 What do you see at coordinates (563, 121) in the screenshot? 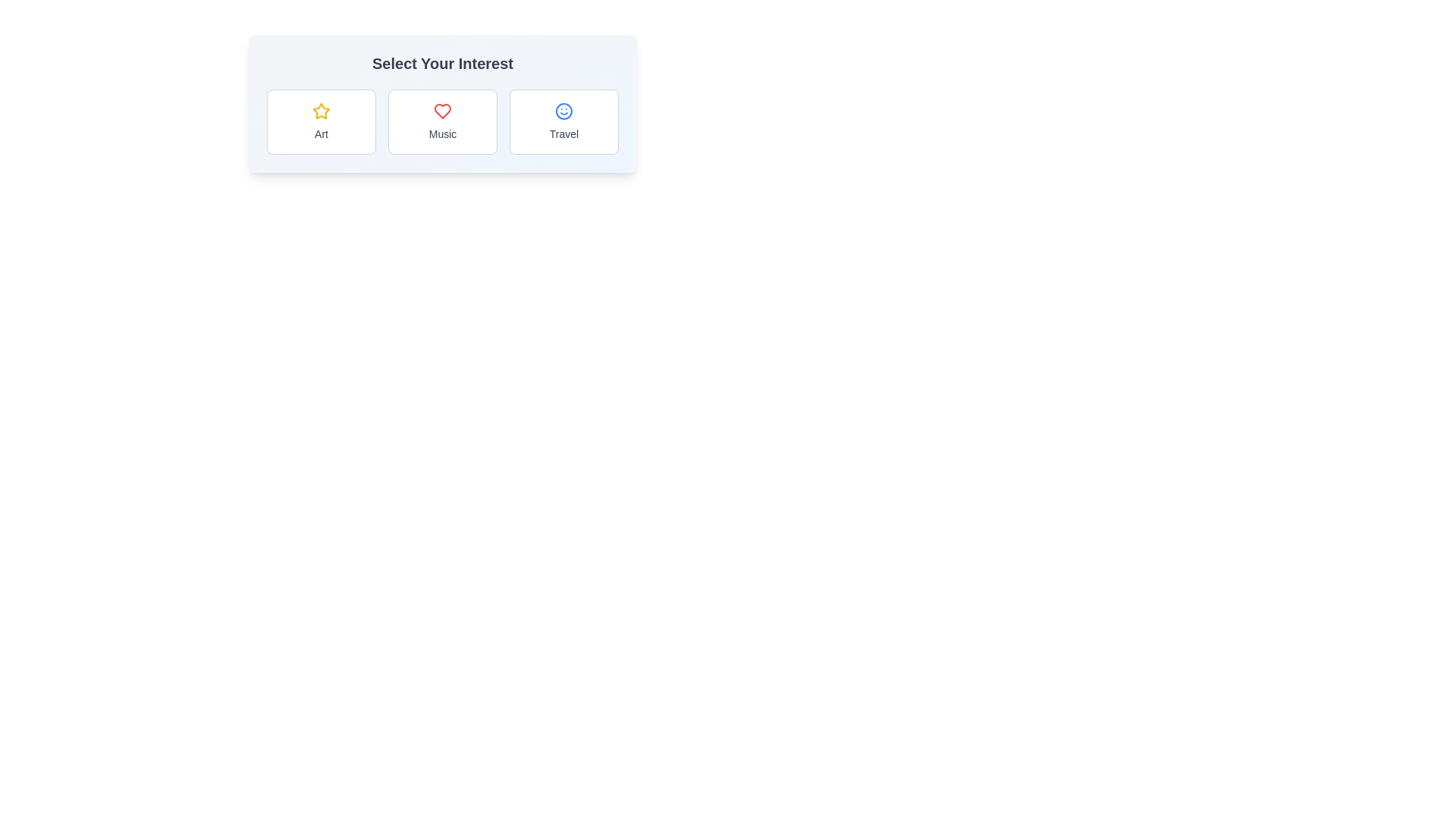
I see `the 'Travel' button-like card, which features a white background, rounded corners, a light gray border, a blue smiling face icon, and the word 'Travel' in a gray sans-serif font` at bounding box center [563, 121].